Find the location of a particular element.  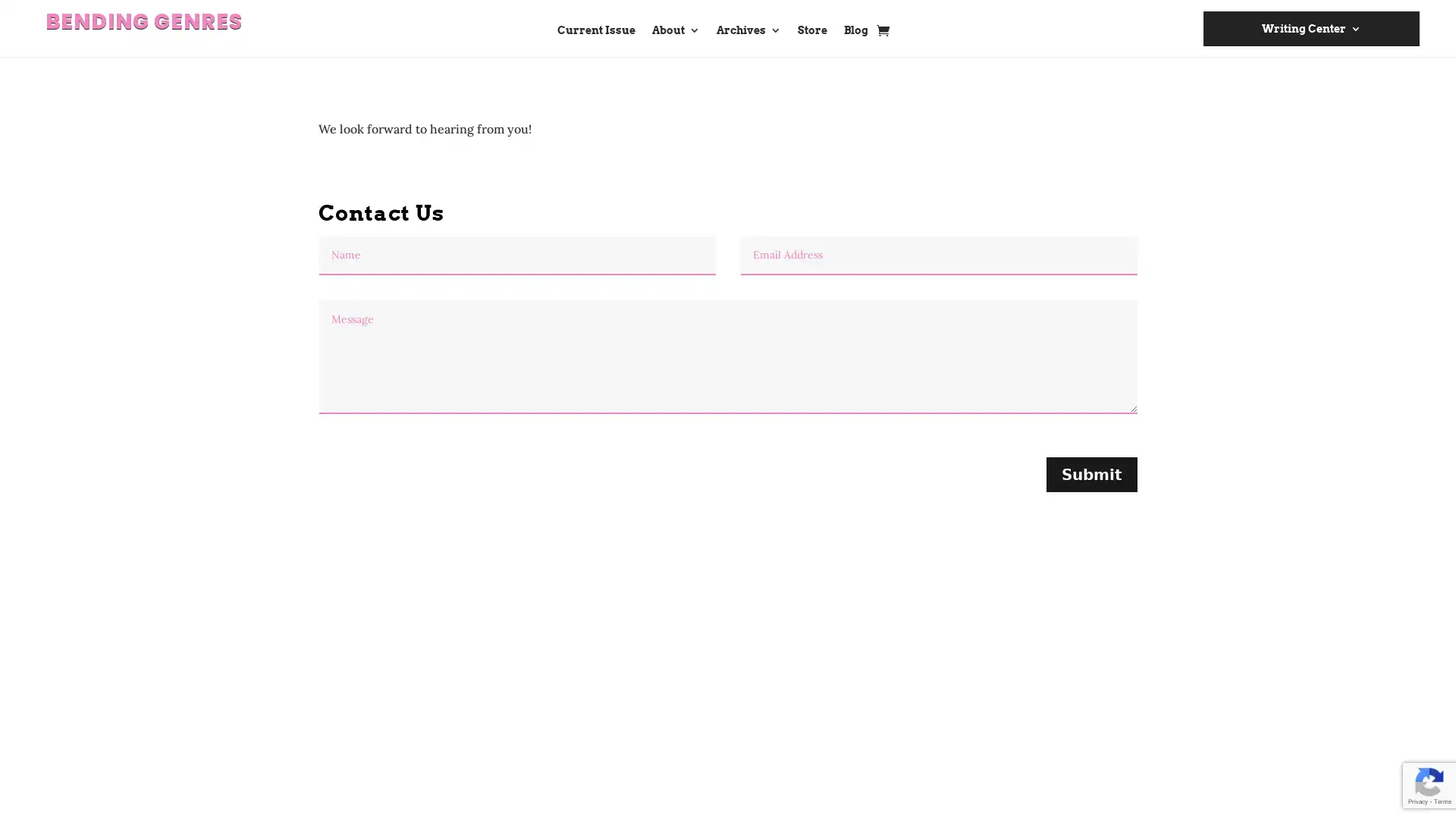

Submit is located at coordinates (1092, 472).